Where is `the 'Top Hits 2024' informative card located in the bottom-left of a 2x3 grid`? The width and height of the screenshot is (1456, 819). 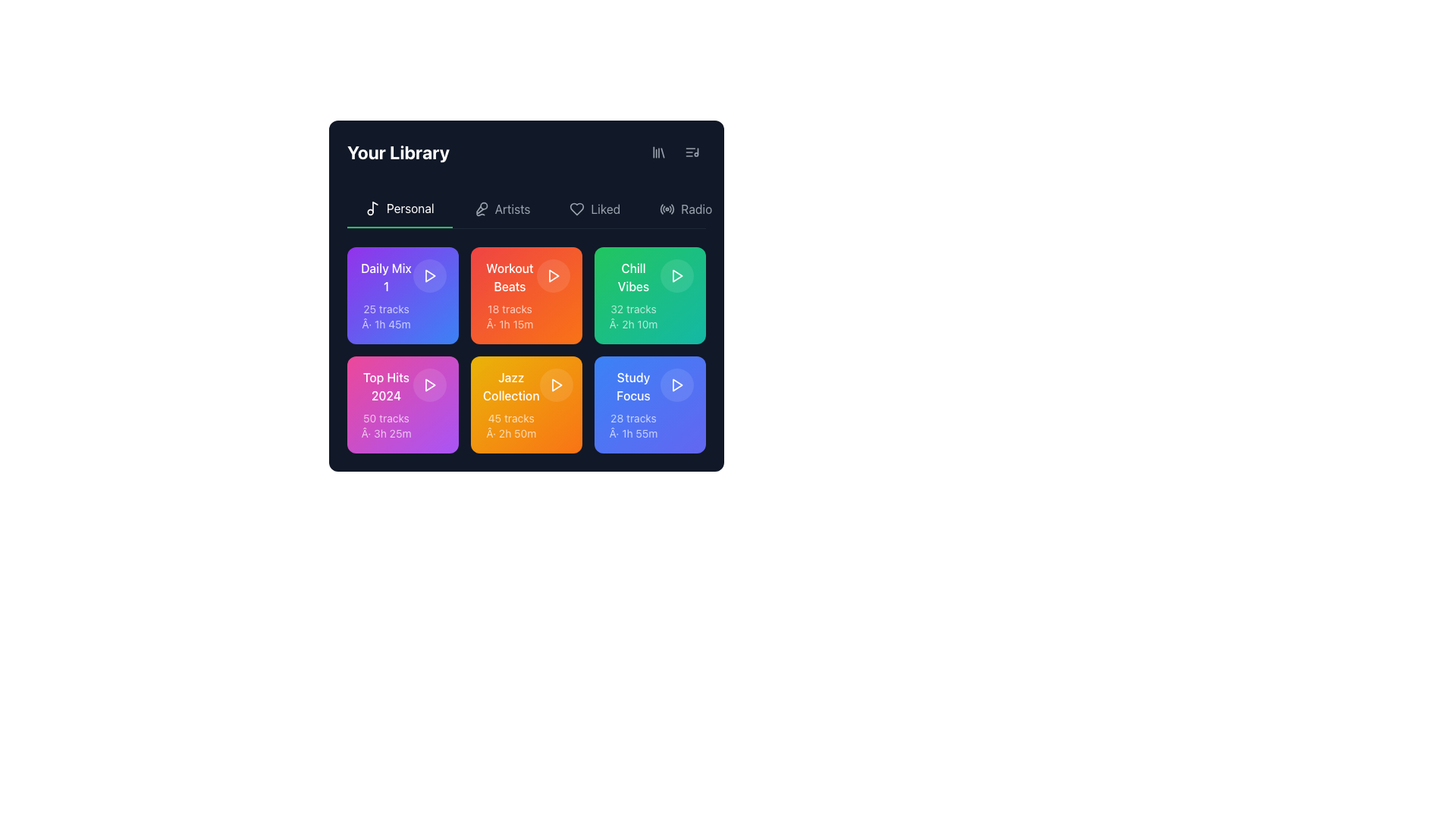 the 'Top Hits 2024' informative card located in the bottom-left of a 2x3 grid is located at coordinates (386, 403).